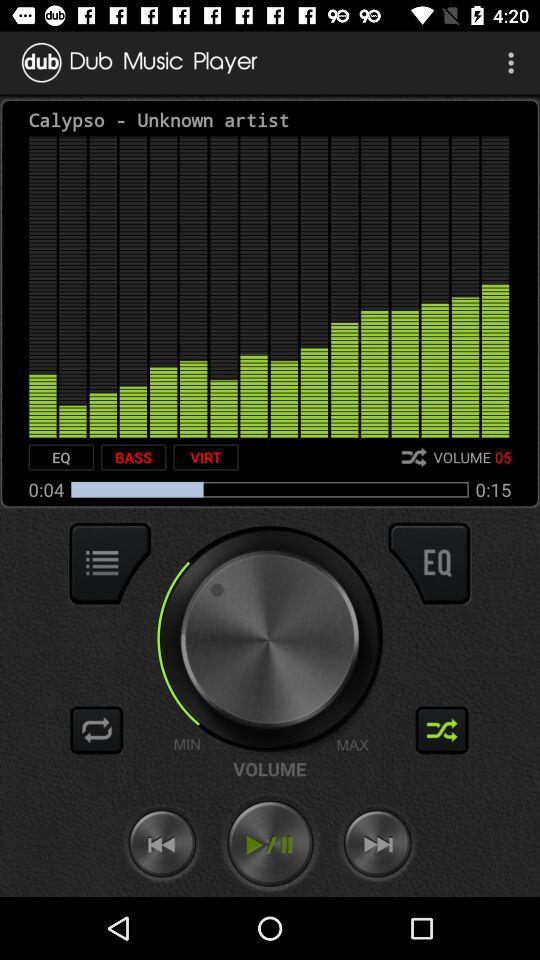 The width and height of the screenshot is (540, 960). Describe the element at coordinates (133, 457) in the screenshot. I see `the icon next to the   eq   item` at that location.